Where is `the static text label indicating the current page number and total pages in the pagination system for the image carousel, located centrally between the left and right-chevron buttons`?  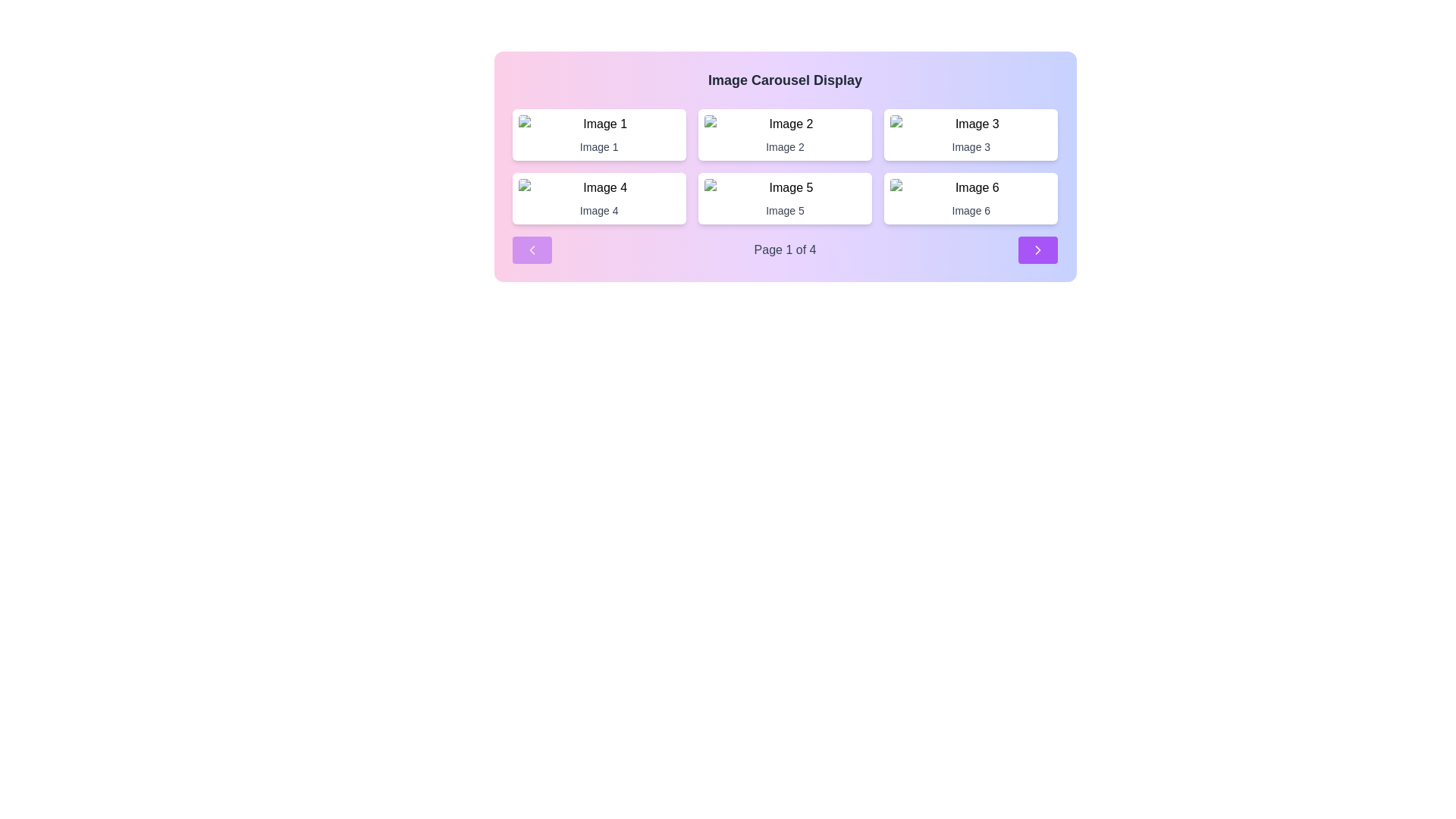 the static text label indicating the current page number and total pages in the pagination system for the image carousel, located centrally between the left and right-chevron buttons is located at coordinates (785, 249).